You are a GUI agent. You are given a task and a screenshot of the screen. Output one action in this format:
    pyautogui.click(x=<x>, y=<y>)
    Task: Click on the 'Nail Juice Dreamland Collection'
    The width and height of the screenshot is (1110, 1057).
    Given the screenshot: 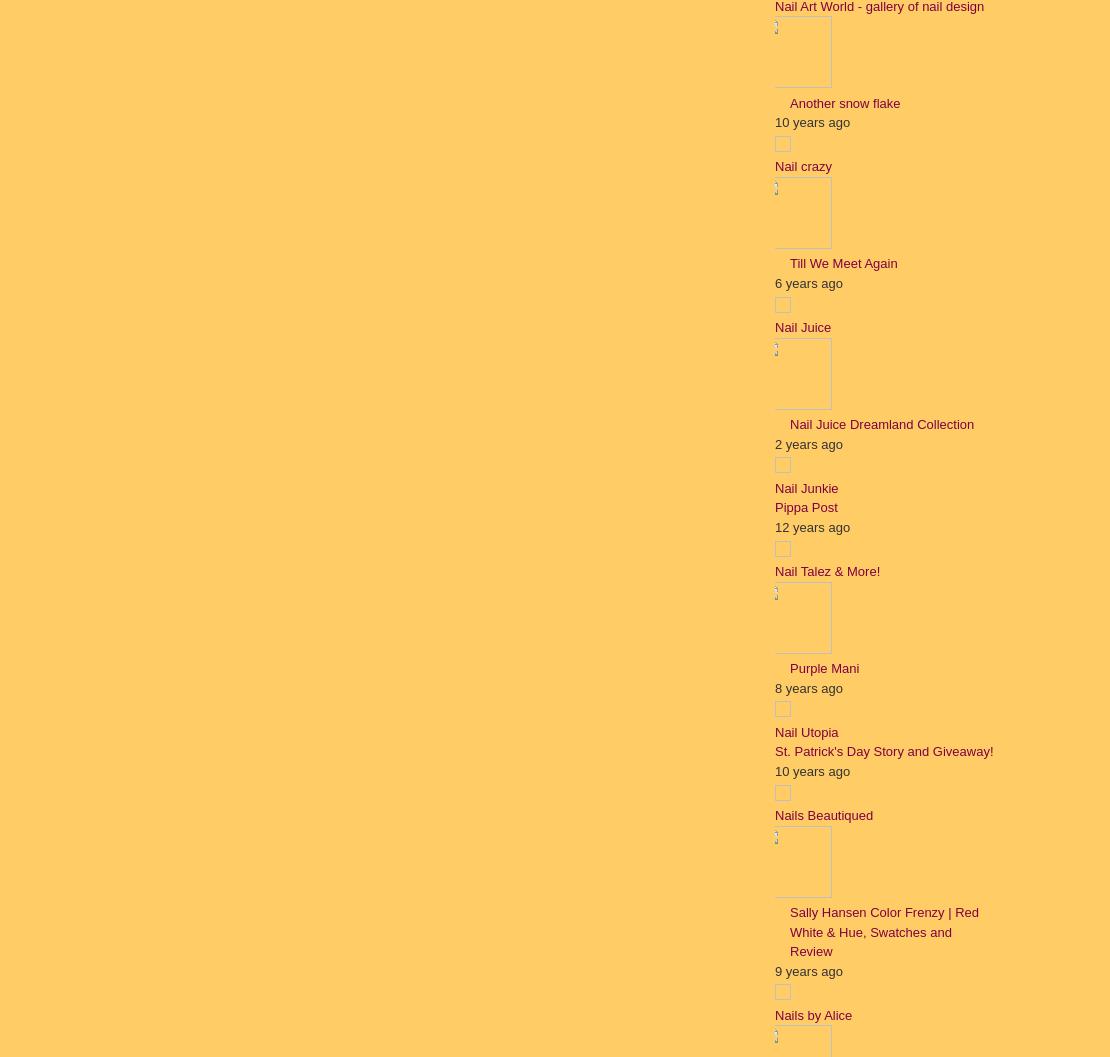 What is the action you would take?
    pyautogui.click(x=881, y=423)
    